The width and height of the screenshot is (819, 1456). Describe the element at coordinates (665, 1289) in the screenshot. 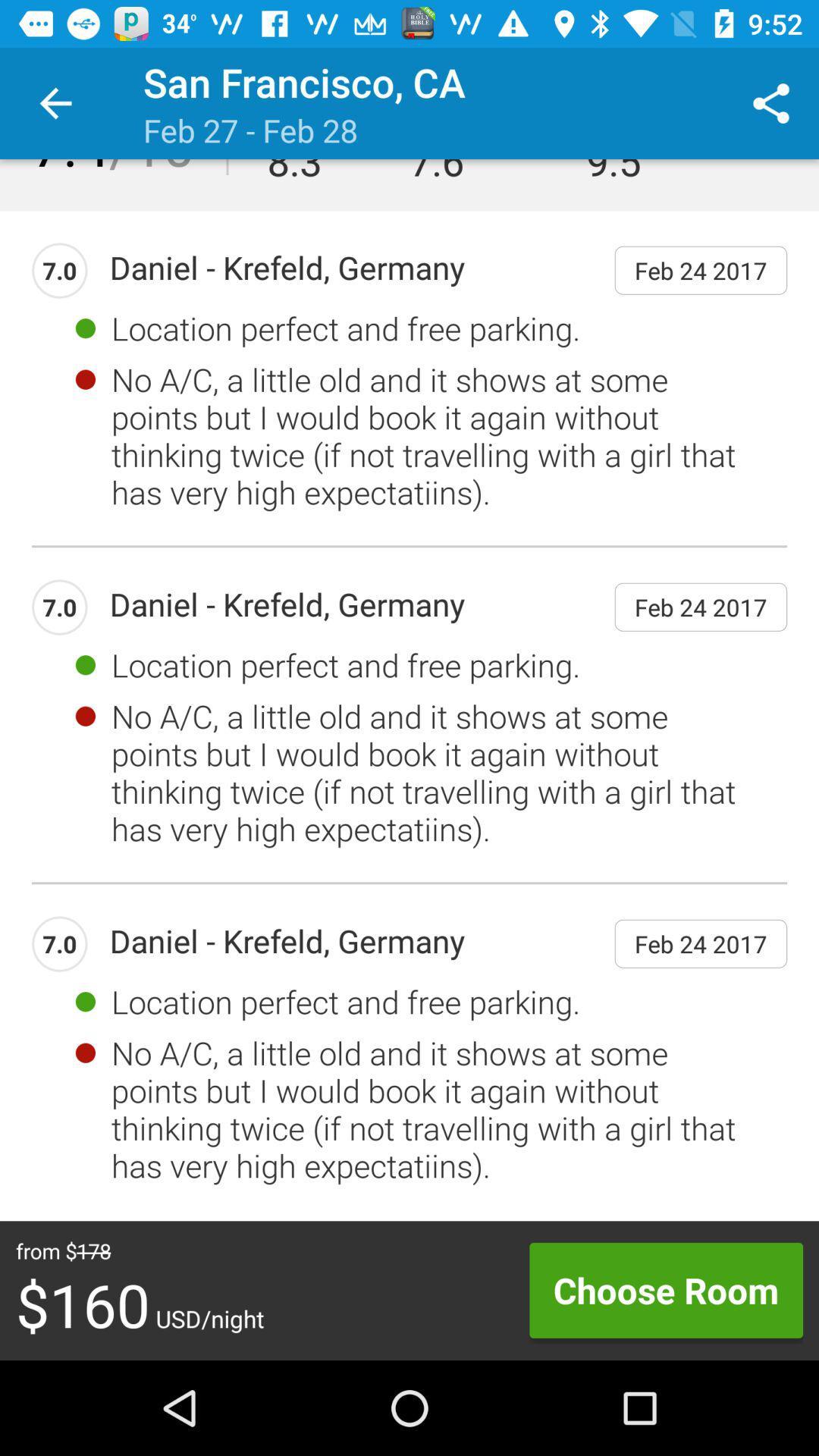

I see `item at the bottom right corner` at that location.